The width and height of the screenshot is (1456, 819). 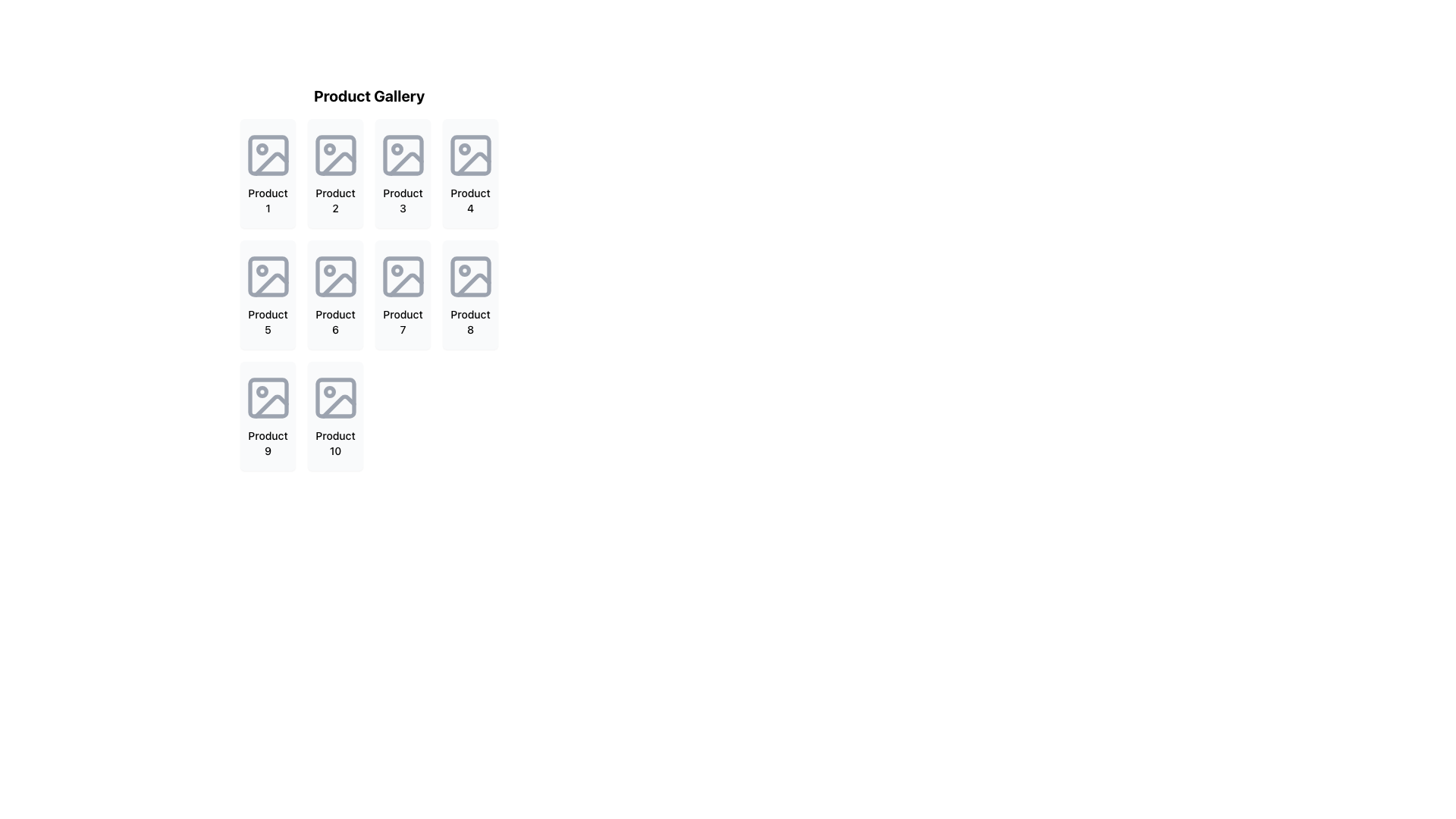 I want to click on text from the Label element displaying 'Product 5', which is located in the second row, first column of the product gallery grid layout, so click(x=268, y=321).